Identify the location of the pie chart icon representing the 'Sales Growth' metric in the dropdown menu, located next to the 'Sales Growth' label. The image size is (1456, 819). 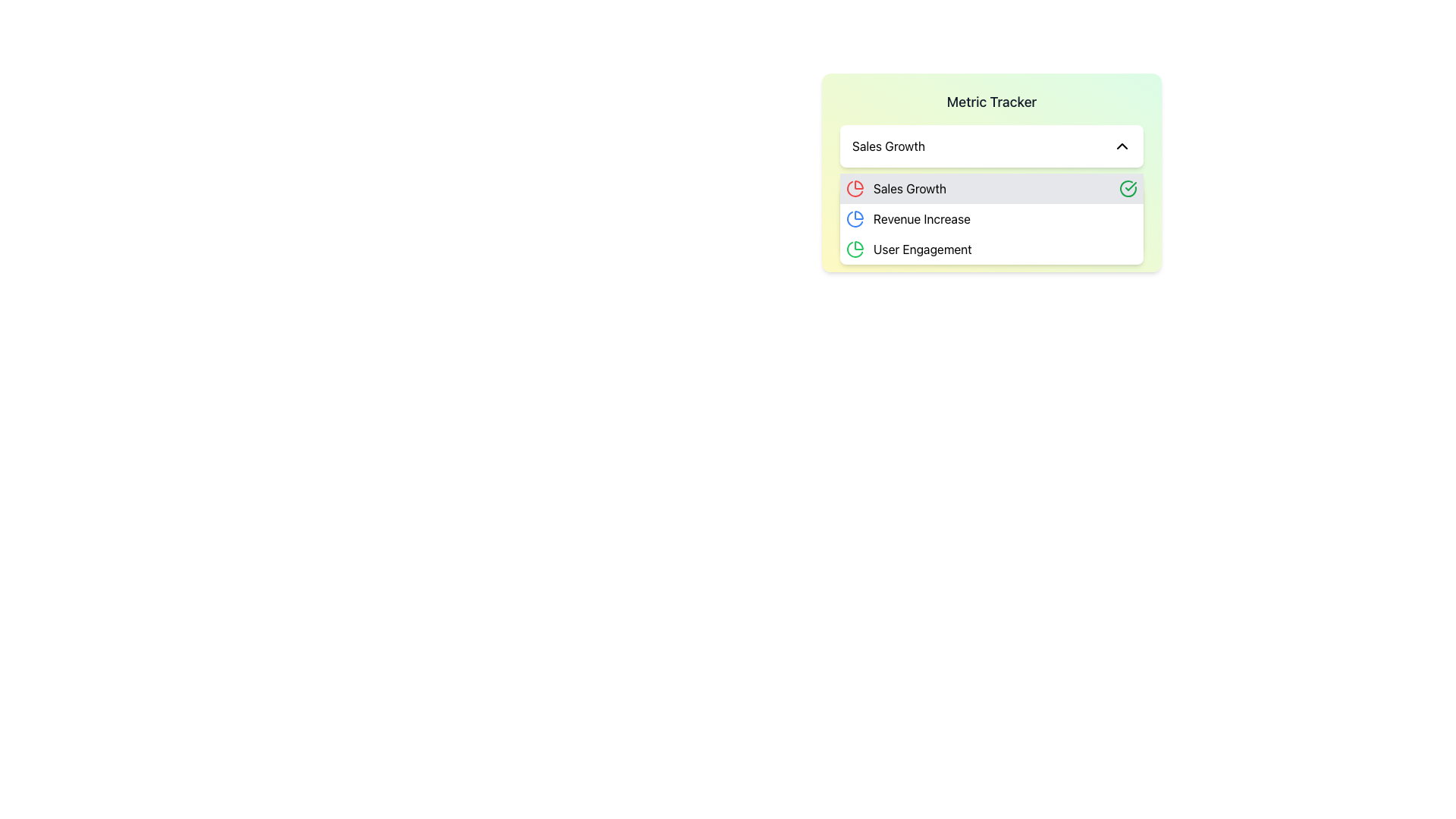
(858, 184).